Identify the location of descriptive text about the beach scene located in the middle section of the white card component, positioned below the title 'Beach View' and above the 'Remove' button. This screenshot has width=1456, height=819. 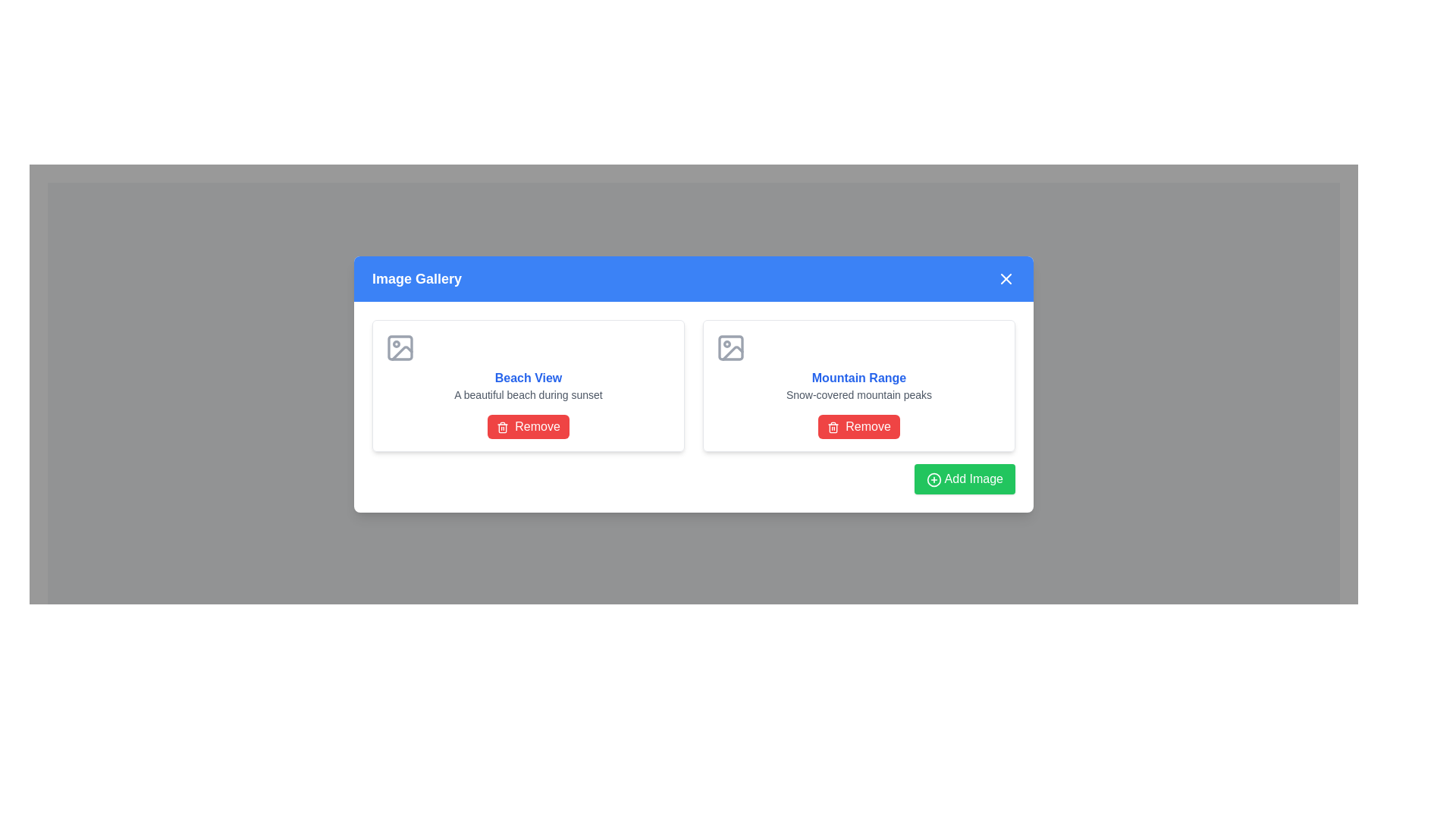
(528, 394).